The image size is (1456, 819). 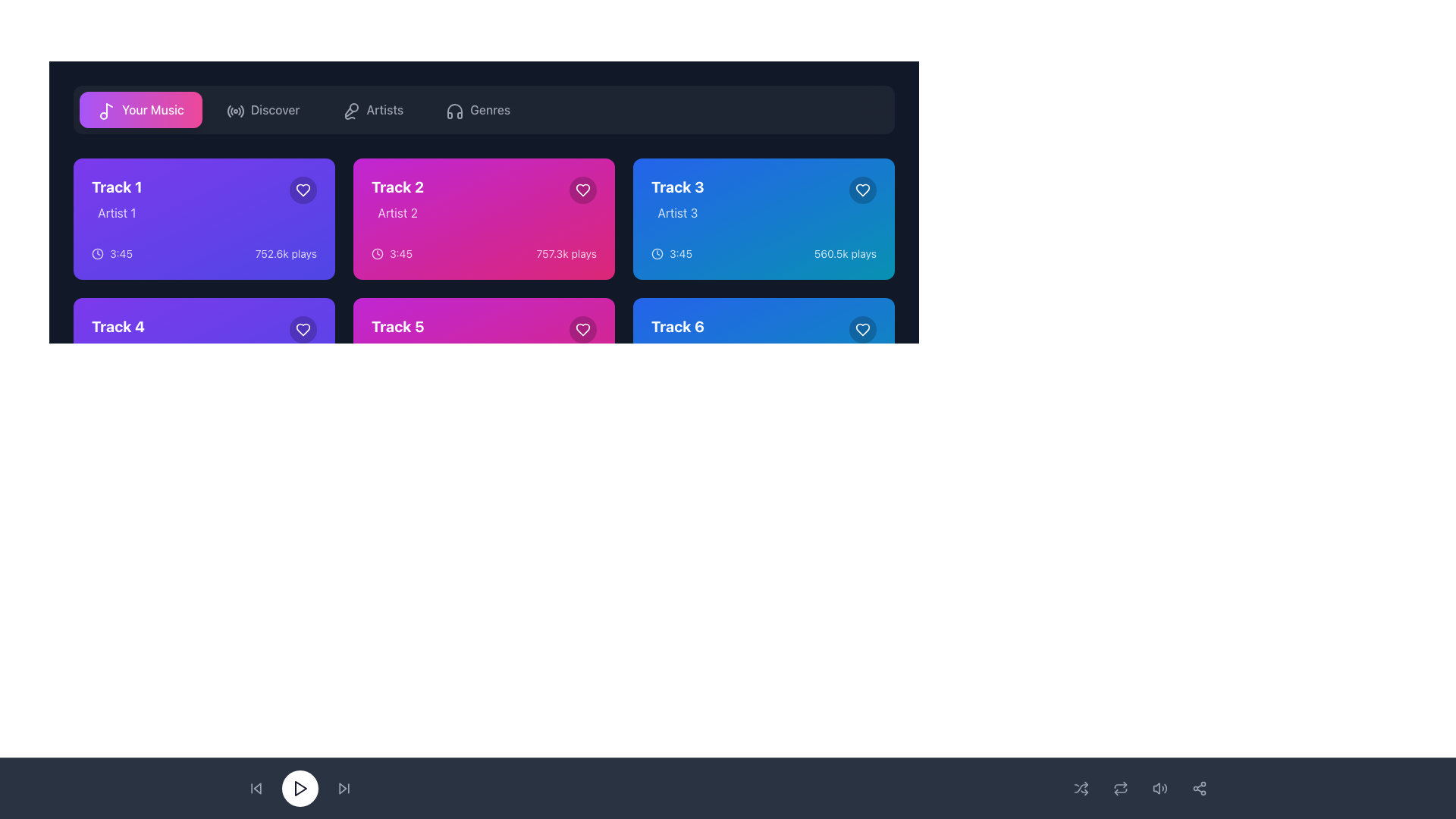 I want to click on the skip-forward button icon, which features forward-pointing arrows and a vertical line, so click(x=344, y=788).